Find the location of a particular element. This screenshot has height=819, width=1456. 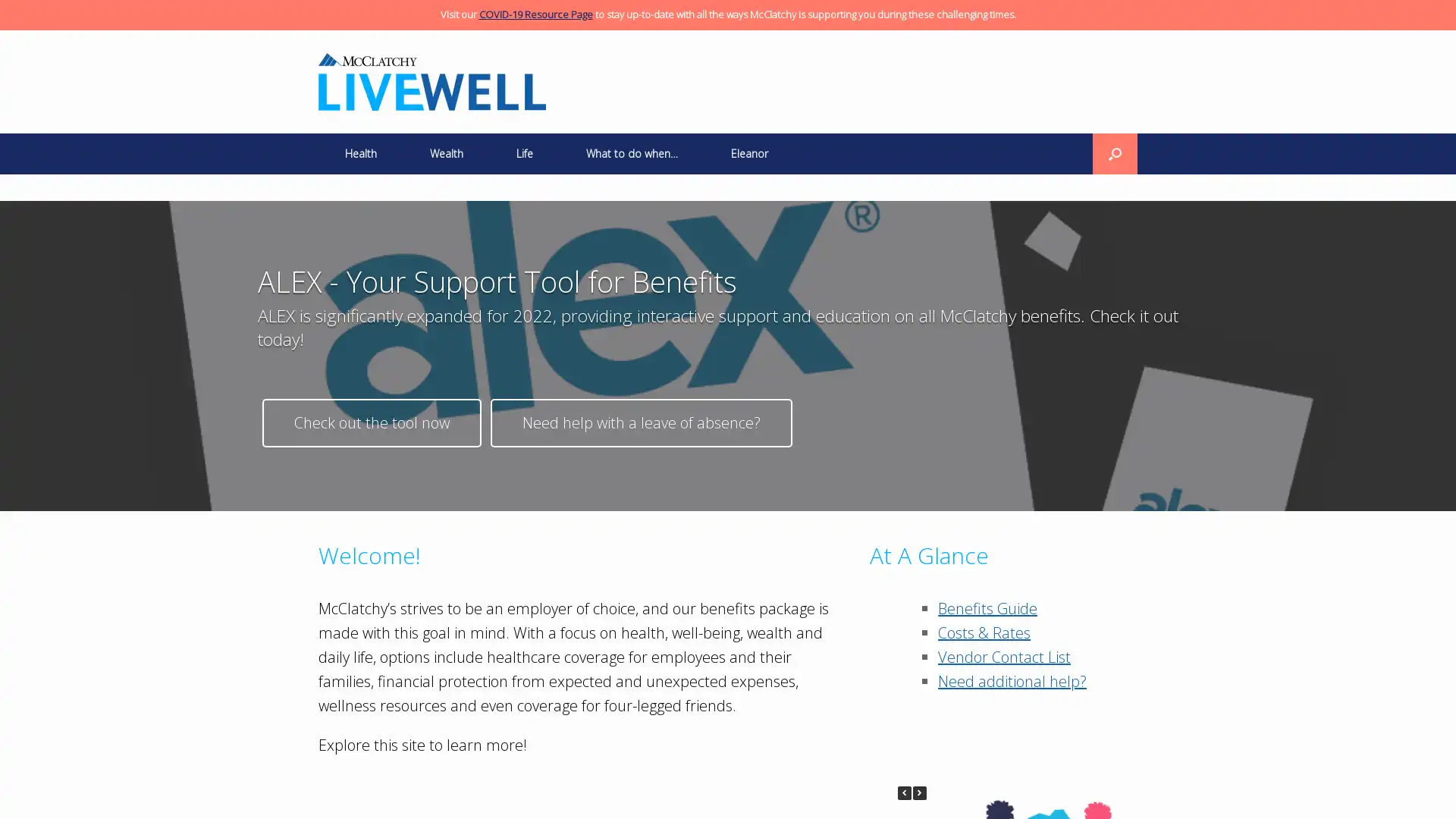

Previous Posts is located at coordinates (903, 792).